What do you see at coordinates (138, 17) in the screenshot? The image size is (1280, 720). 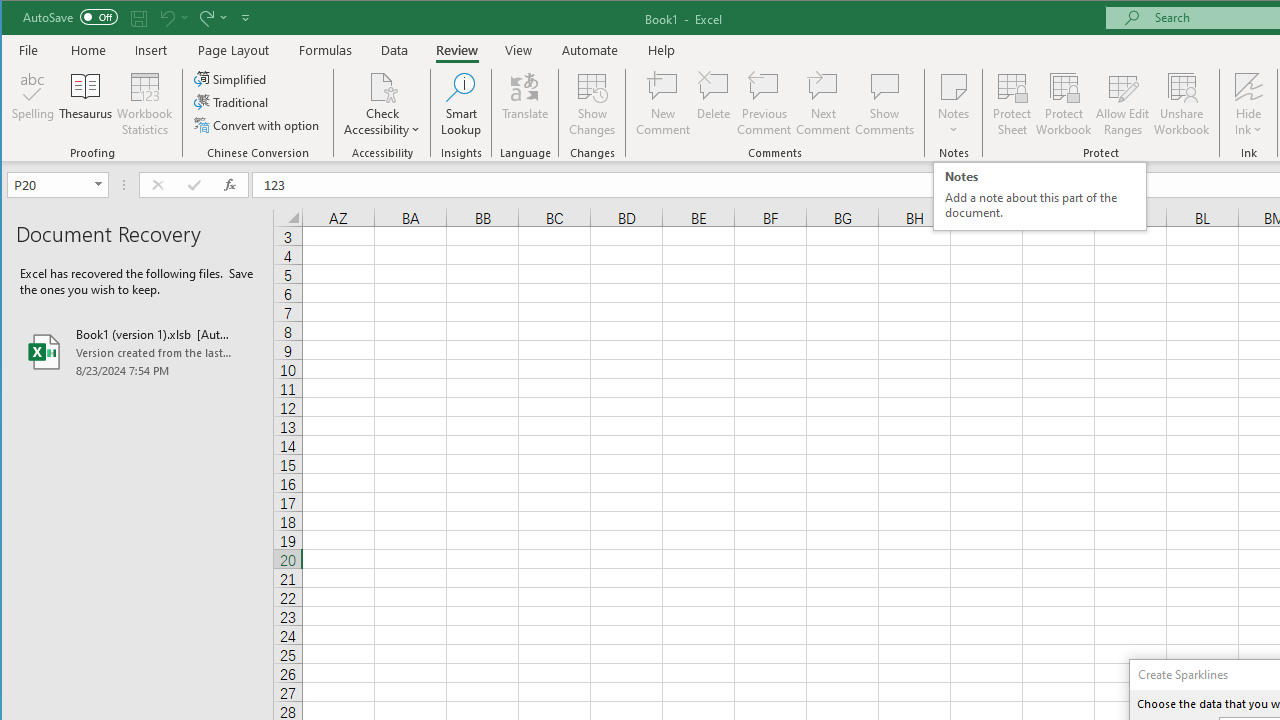 I see `'Save'` at bounding box center [138, 17].